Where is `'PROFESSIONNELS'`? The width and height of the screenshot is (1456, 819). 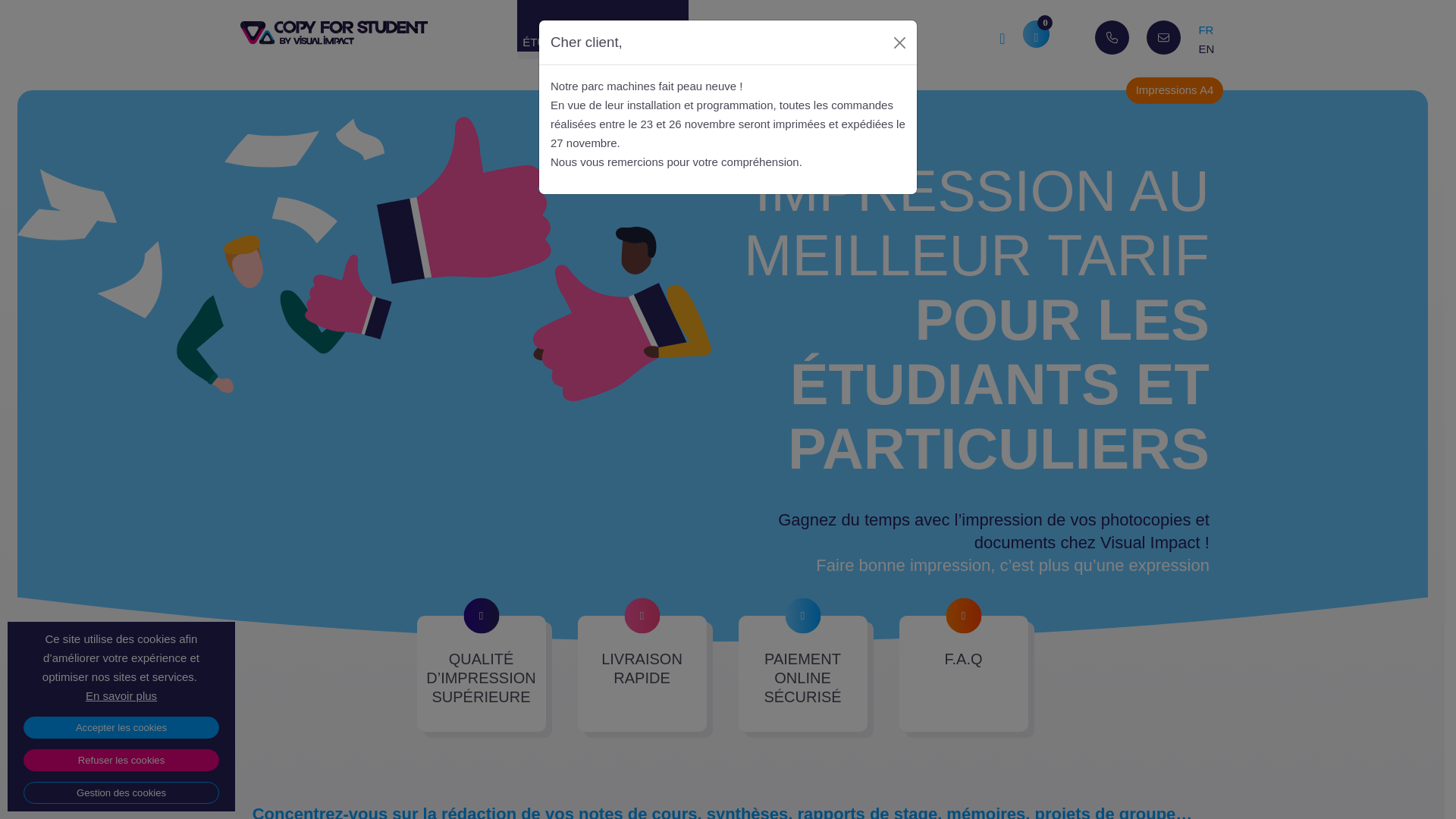 'PROFESSIONNELS' is located at coordinates (769, 38).